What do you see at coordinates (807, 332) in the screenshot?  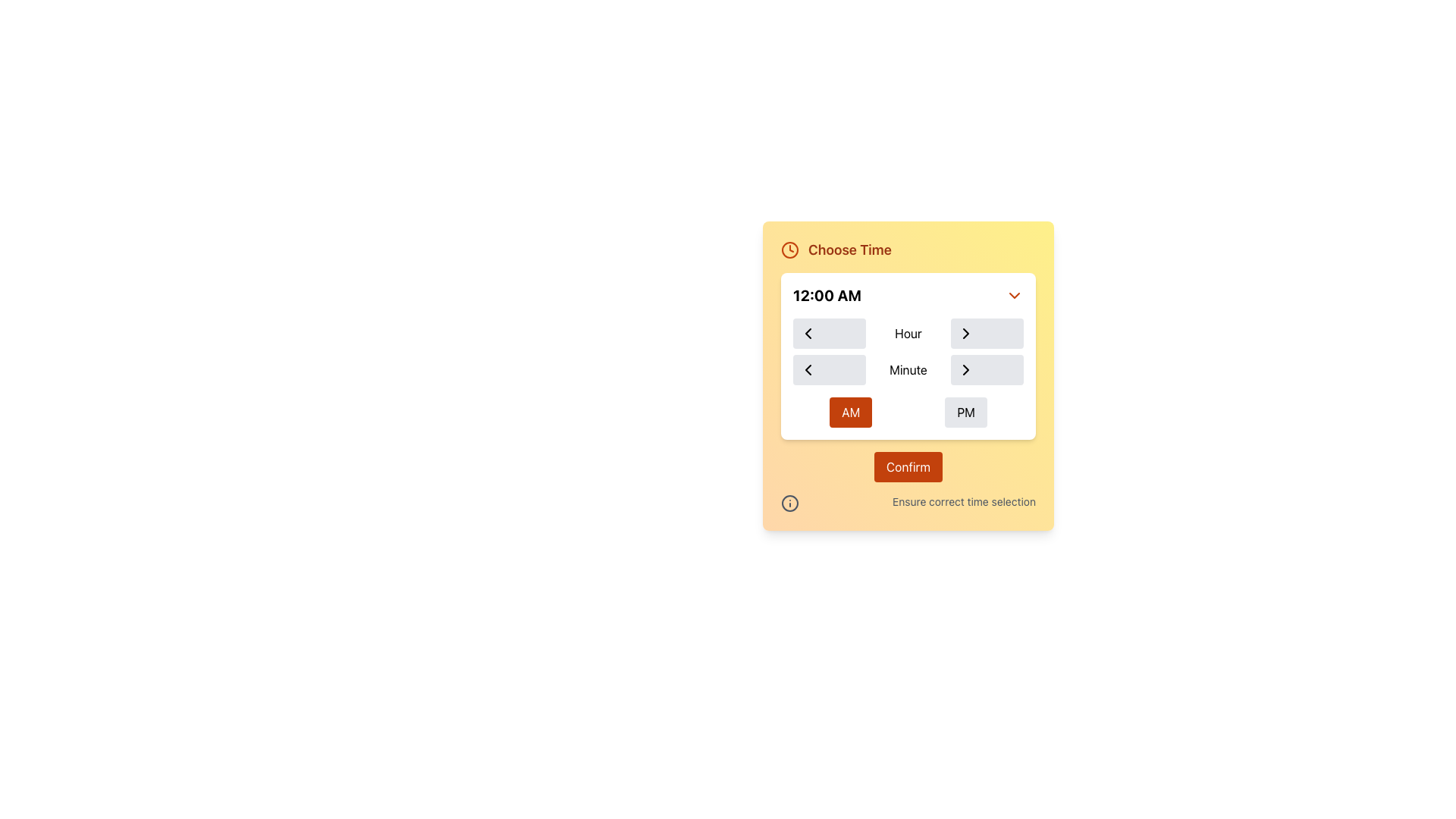 I see `the decrement button located below the '12:00 AM' label and to the left of the 'Hour' label to decrease the hour value` at bounding box center [807, 332].